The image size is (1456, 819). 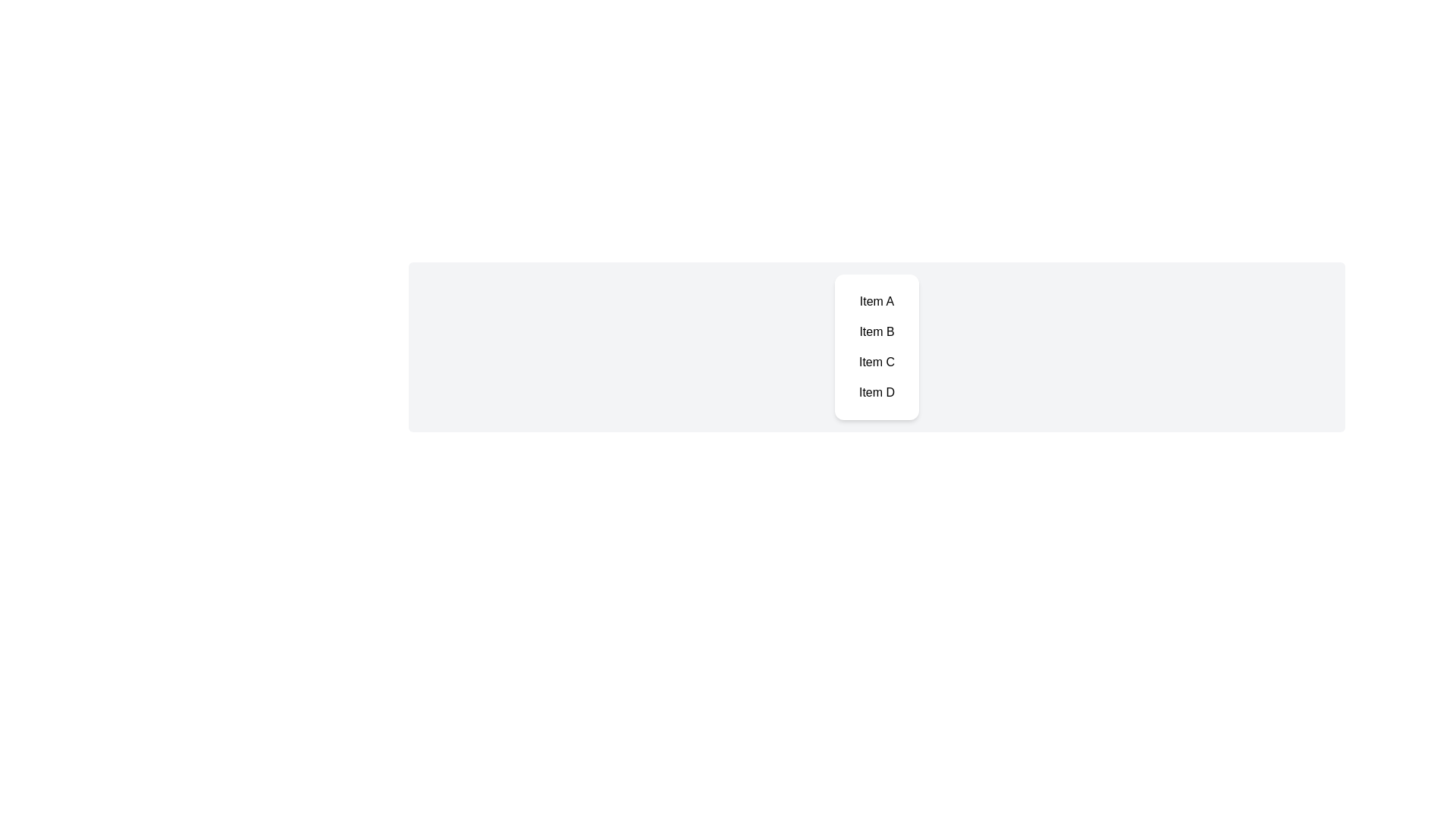 What do you see at coordinates (877, 362) in the screenshot?
I see `the item labeled Item C to observe its hover effect` at bounding box center [877, 362].